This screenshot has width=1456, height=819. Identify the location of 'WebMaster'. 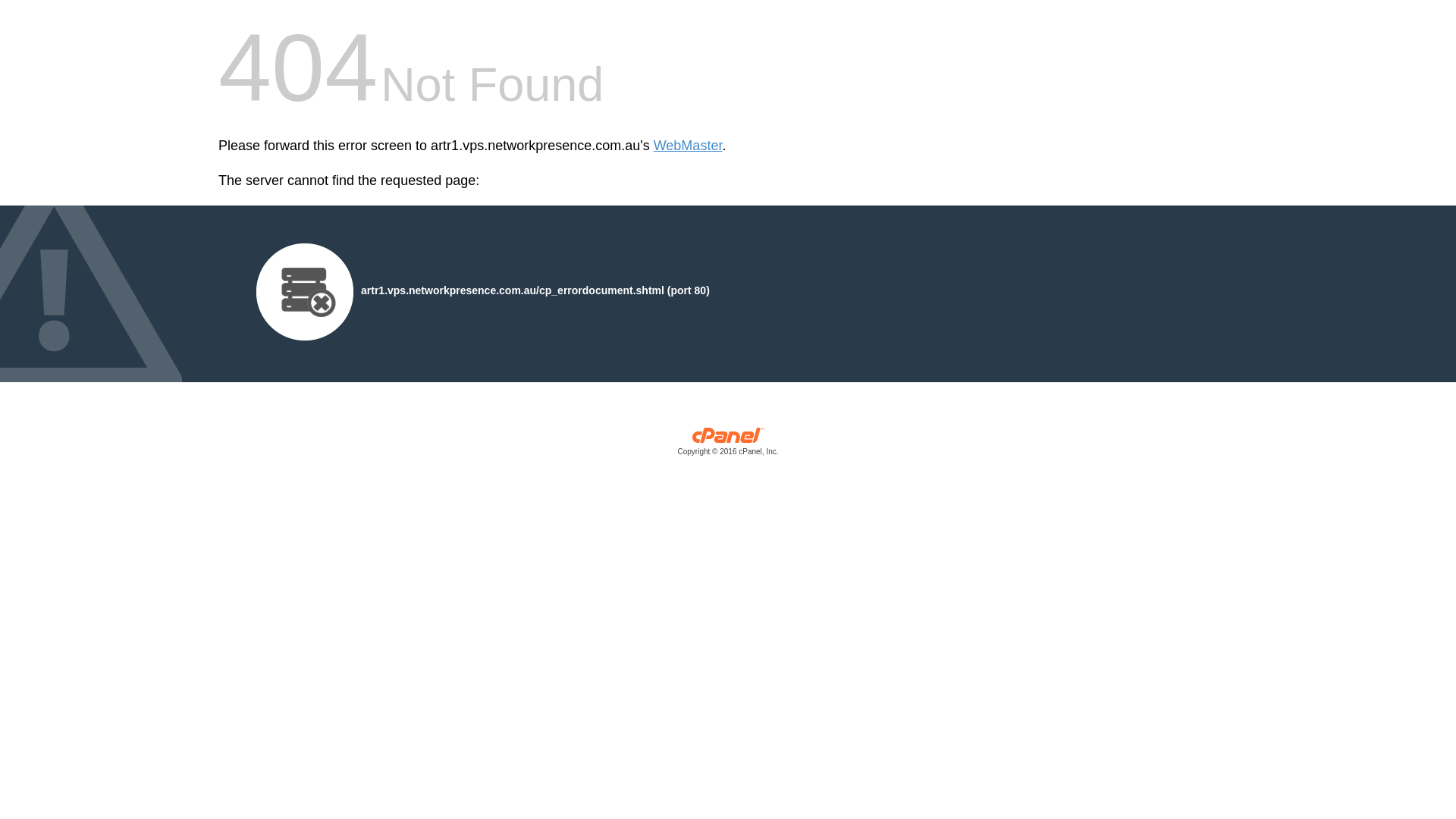
(687, 146).